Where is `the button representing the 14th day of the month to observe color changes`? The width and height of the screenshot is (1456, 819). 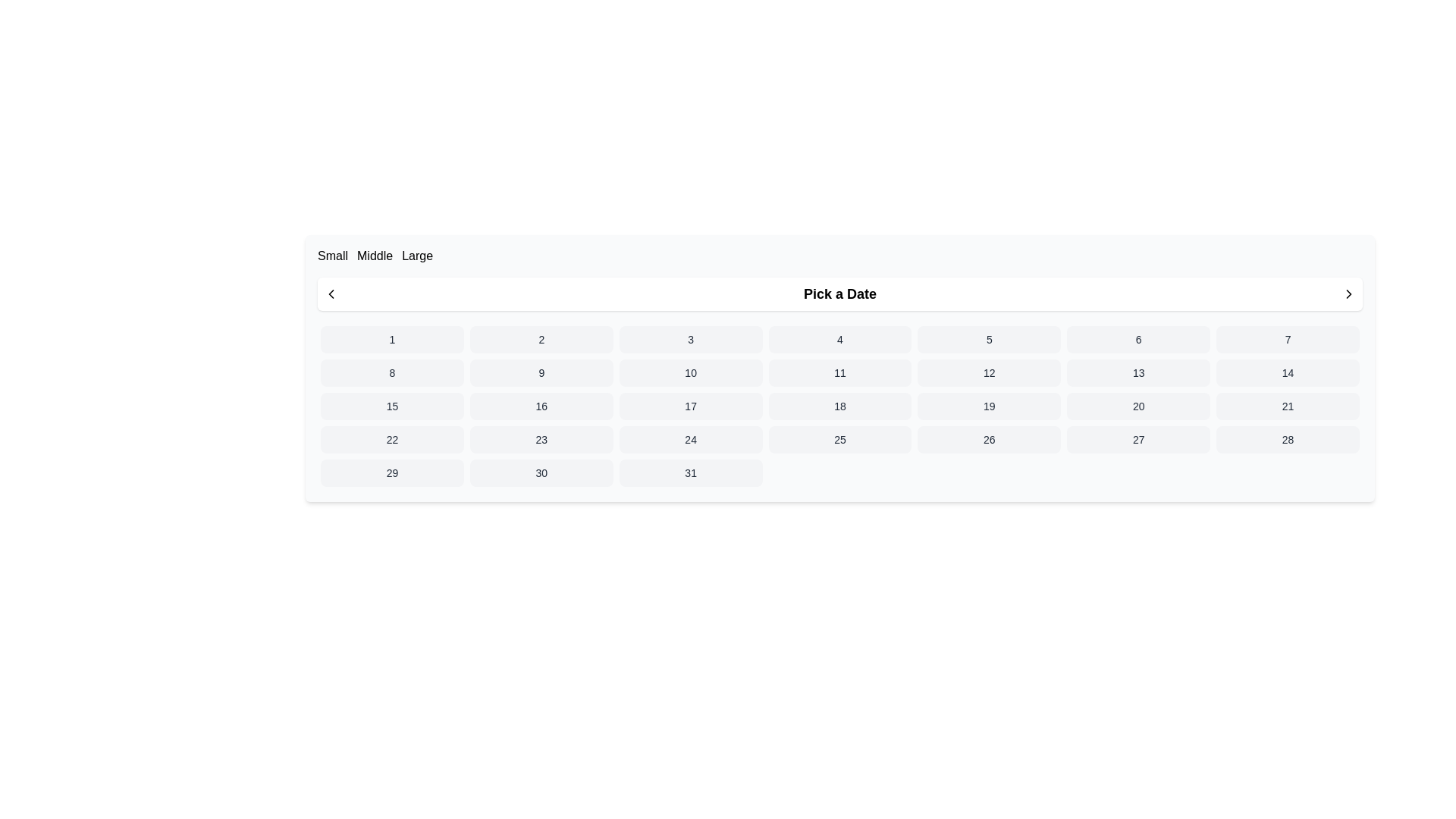
the button representing the 14th day of the month to observe color changes is located at coordinates (1287, 373).